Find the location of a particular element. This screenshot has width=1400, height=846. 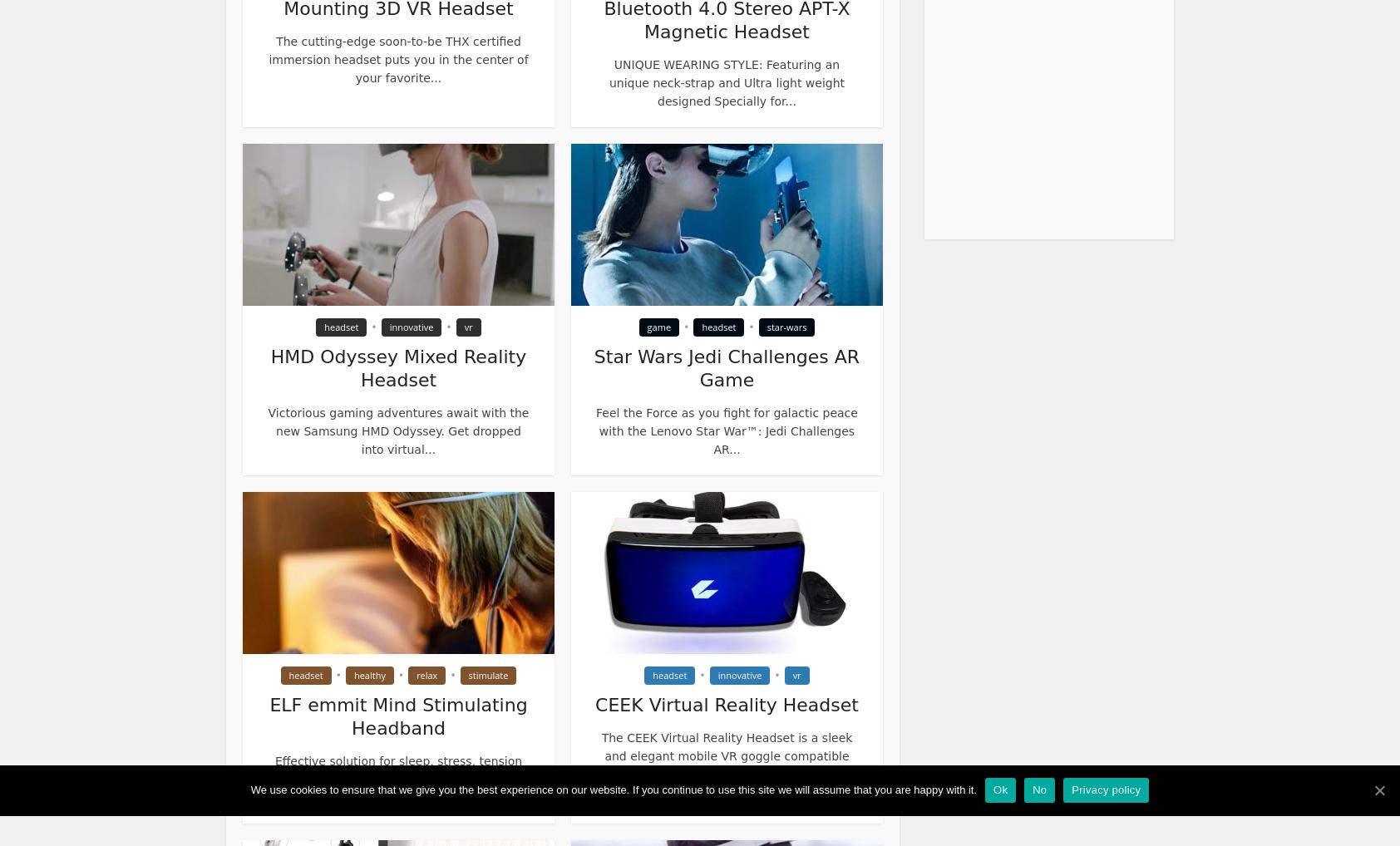

'No' is located at coordinates (1039, 789).